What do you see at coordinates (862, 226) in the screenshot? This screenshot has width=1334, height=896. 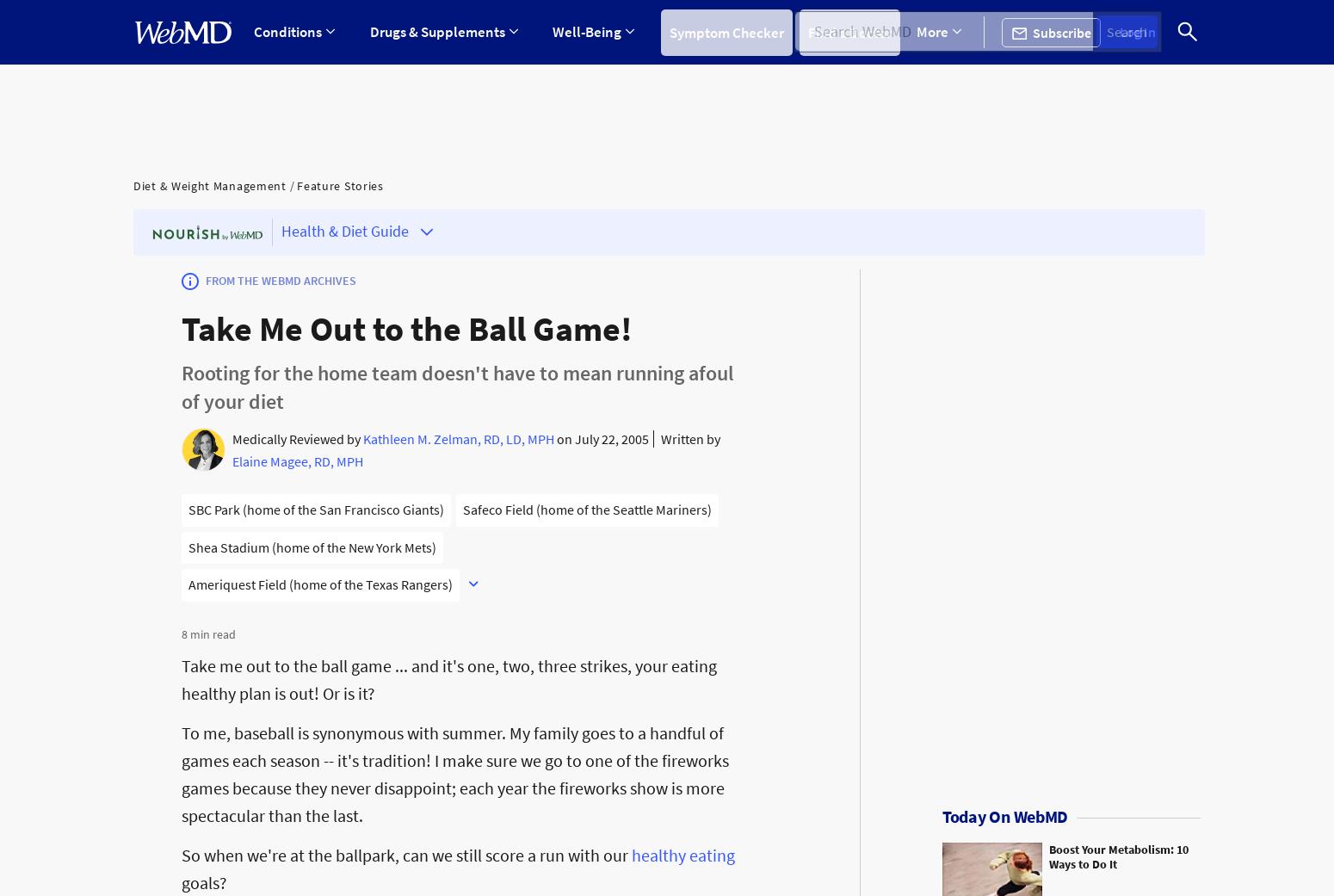 I see `'Skin Problems'` at bounding box center [862, 226].